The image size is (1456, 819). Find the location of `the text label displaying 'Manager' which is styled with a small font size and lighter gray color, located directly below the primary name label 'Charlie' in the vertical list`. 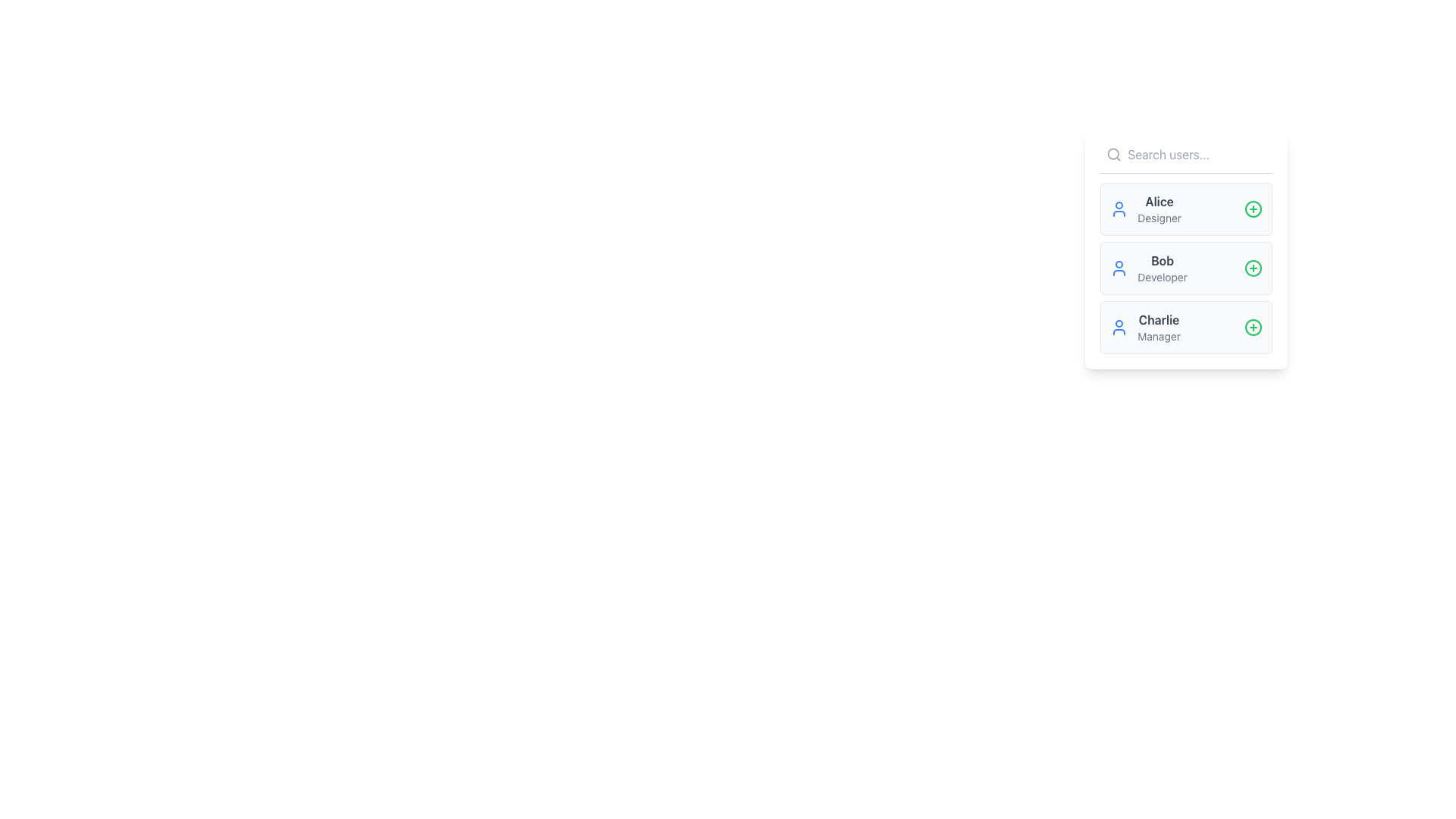

the text label displaying 'Manager' which is styled with a small font size and lighter gray color, located directly below the primary name label 'Charlie' in the vertical list is located at coordinates (1158, 335).